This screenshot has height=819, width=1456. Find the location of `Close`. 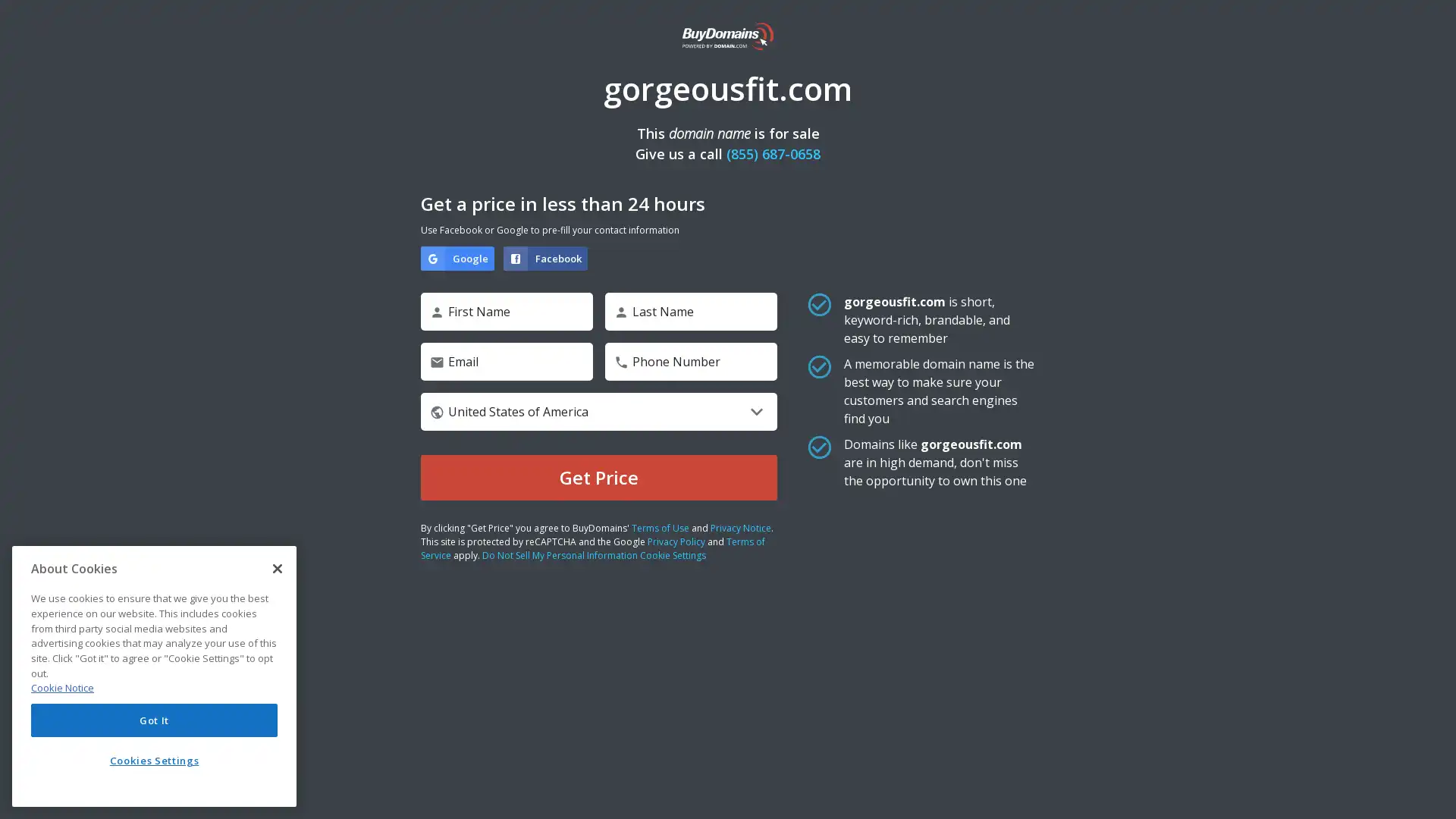

Close is located at coordinates (277, 568).